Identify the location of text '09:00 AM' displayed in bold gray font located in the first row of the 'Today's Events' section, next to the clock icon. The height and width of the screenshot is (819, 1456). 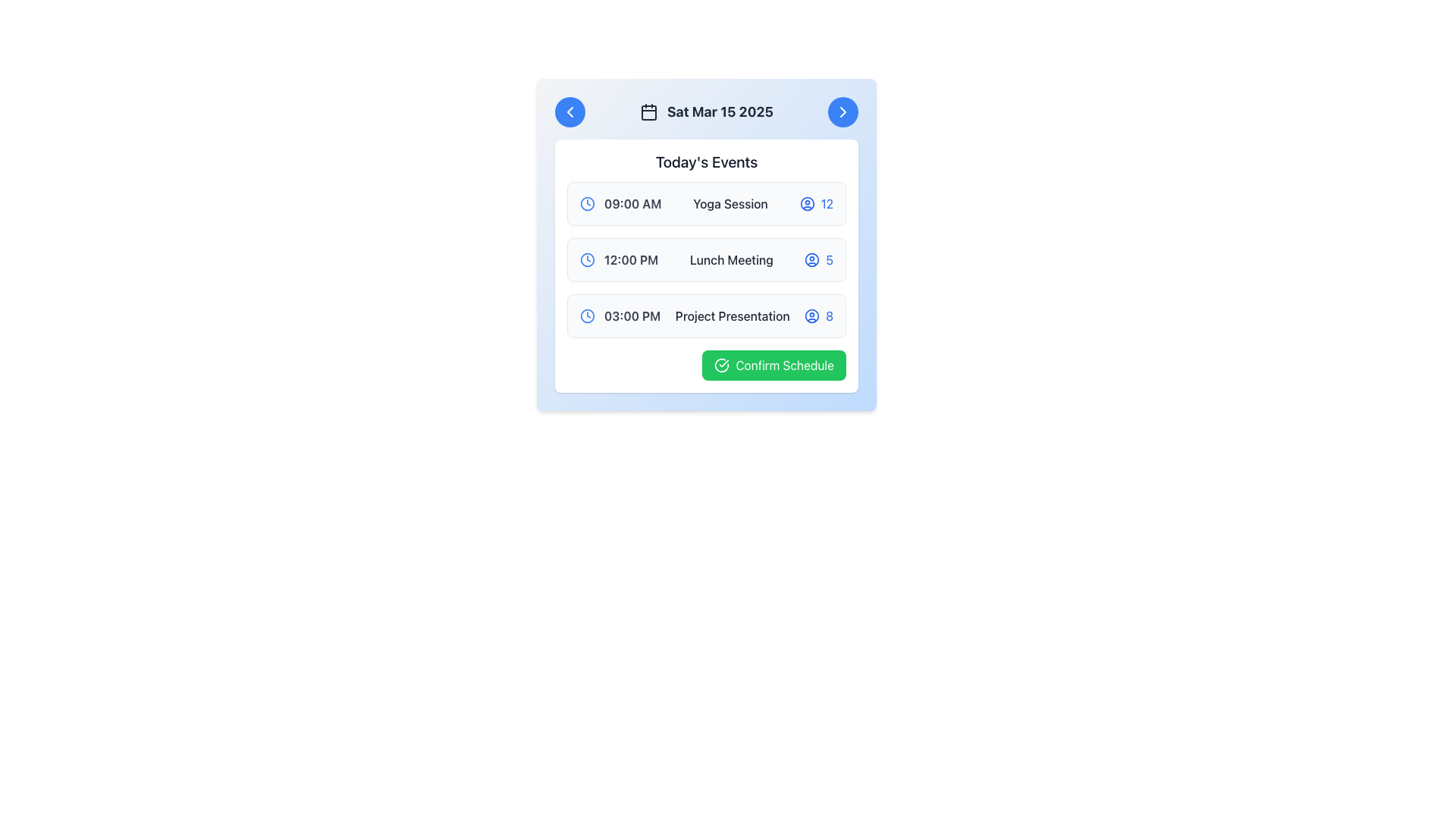
(632, 203).